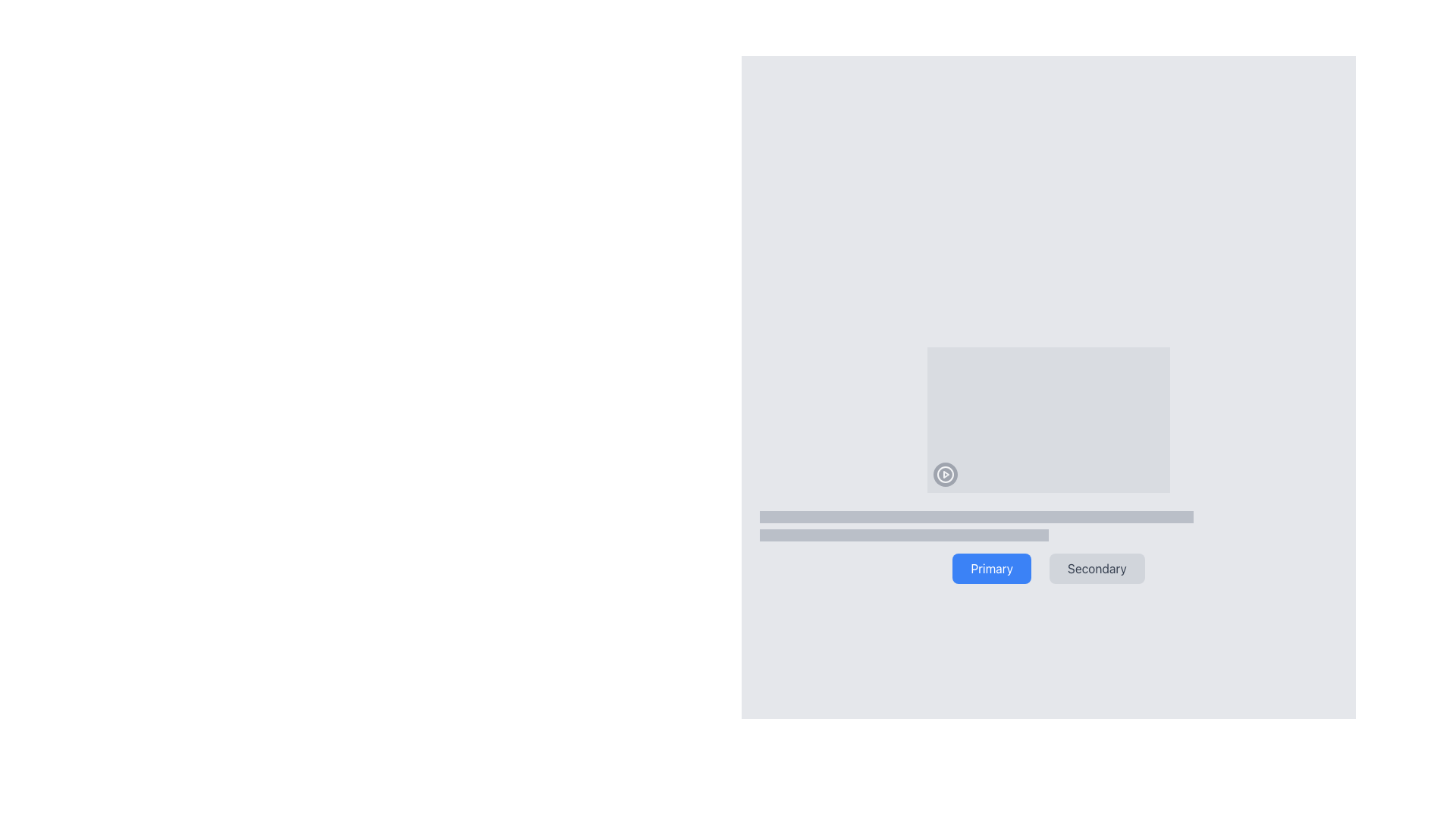  Describe the element at coordinates (976, 516) in the screenshot. I see `the progress bar or placeholder bar located below the rectangular placeholder graphic and above the buttons labeled 'Primary' and 'Secondary'` at that location.